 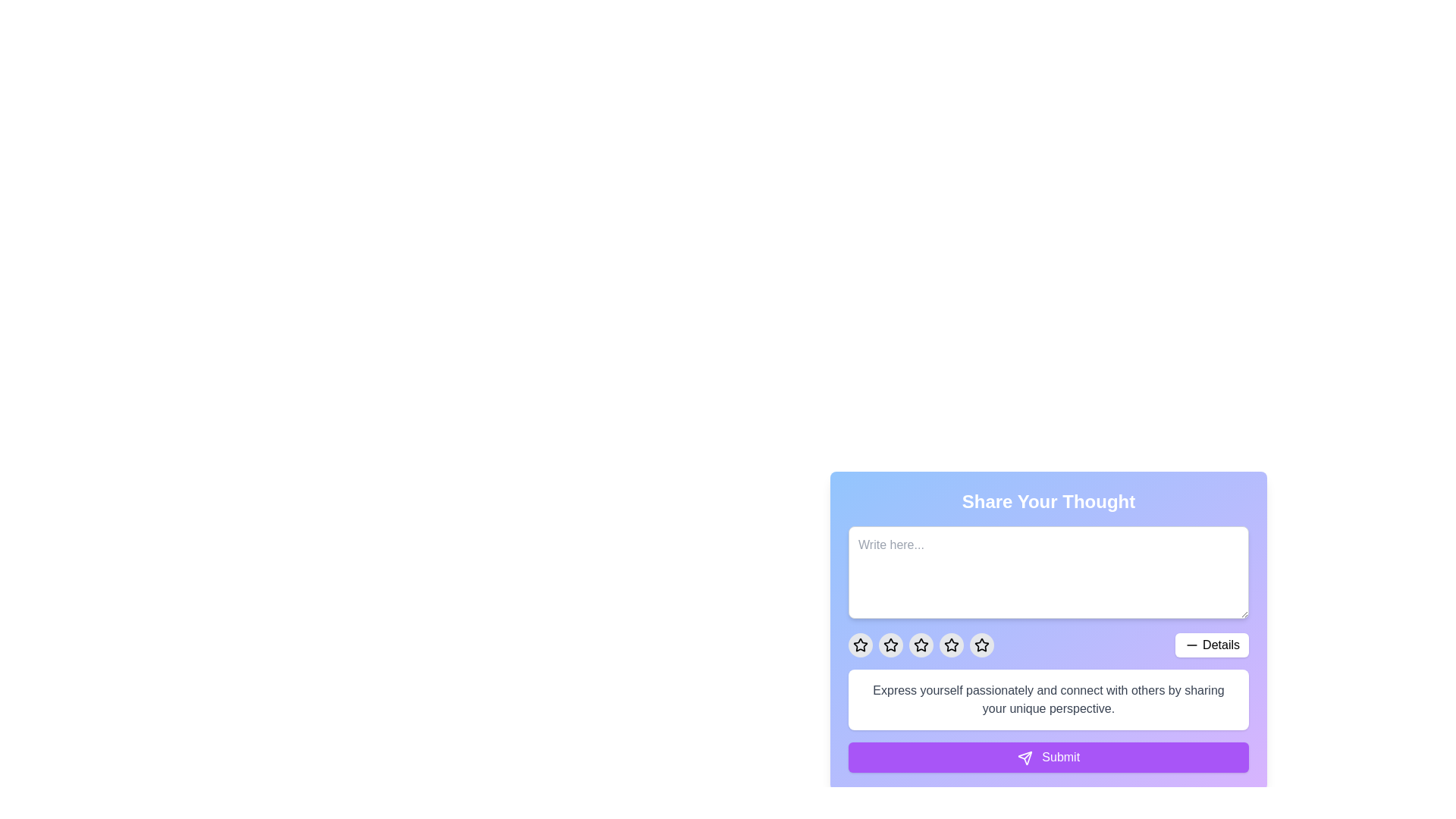 I want to click on the Text Label that displays motivational text, located centrally within a rounded rectangle box in the 'Share Your Thought' section, so click(x=1047, y=699).